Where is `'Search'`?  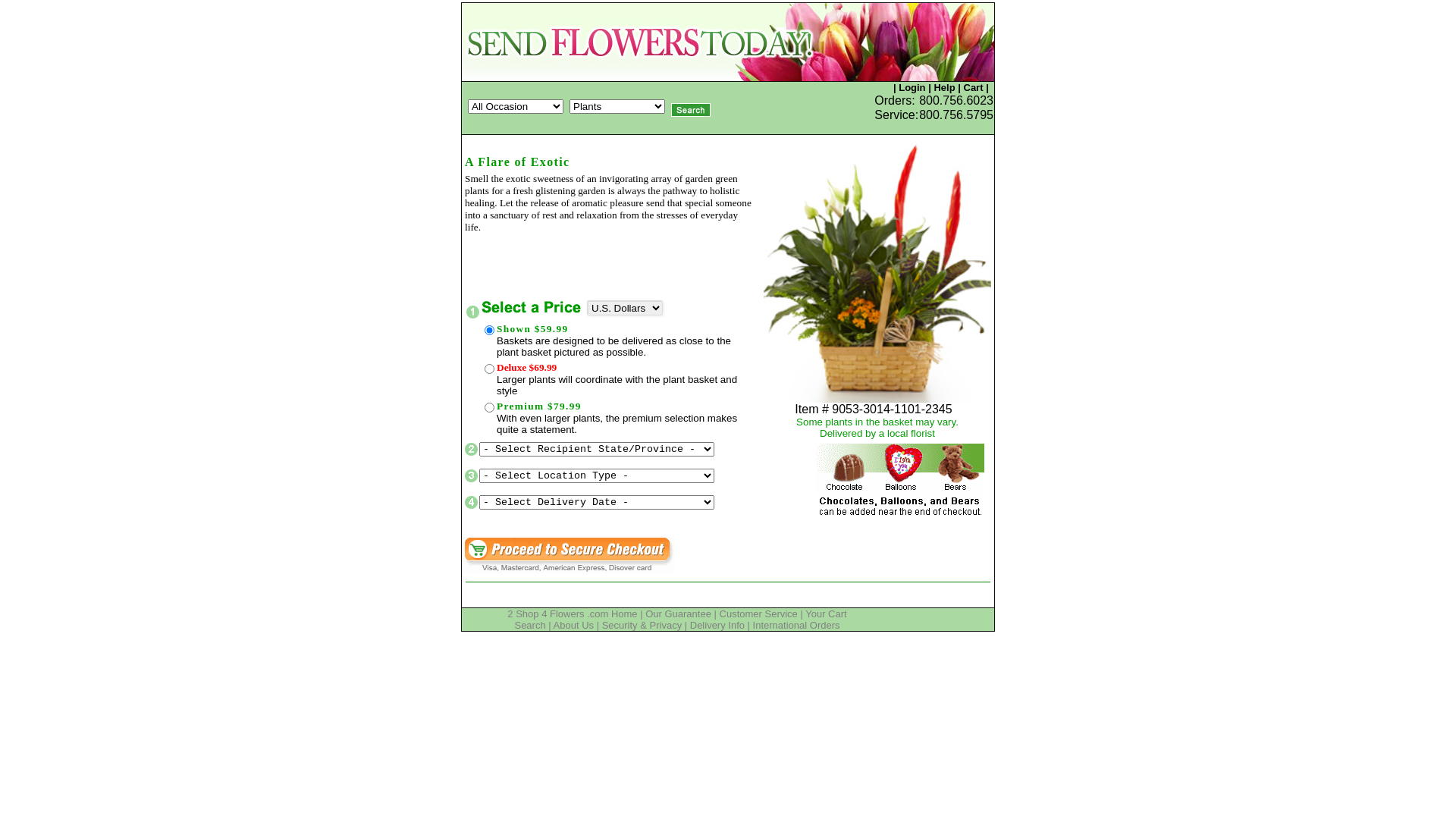
'Search' is located at coordinates (529, 625).